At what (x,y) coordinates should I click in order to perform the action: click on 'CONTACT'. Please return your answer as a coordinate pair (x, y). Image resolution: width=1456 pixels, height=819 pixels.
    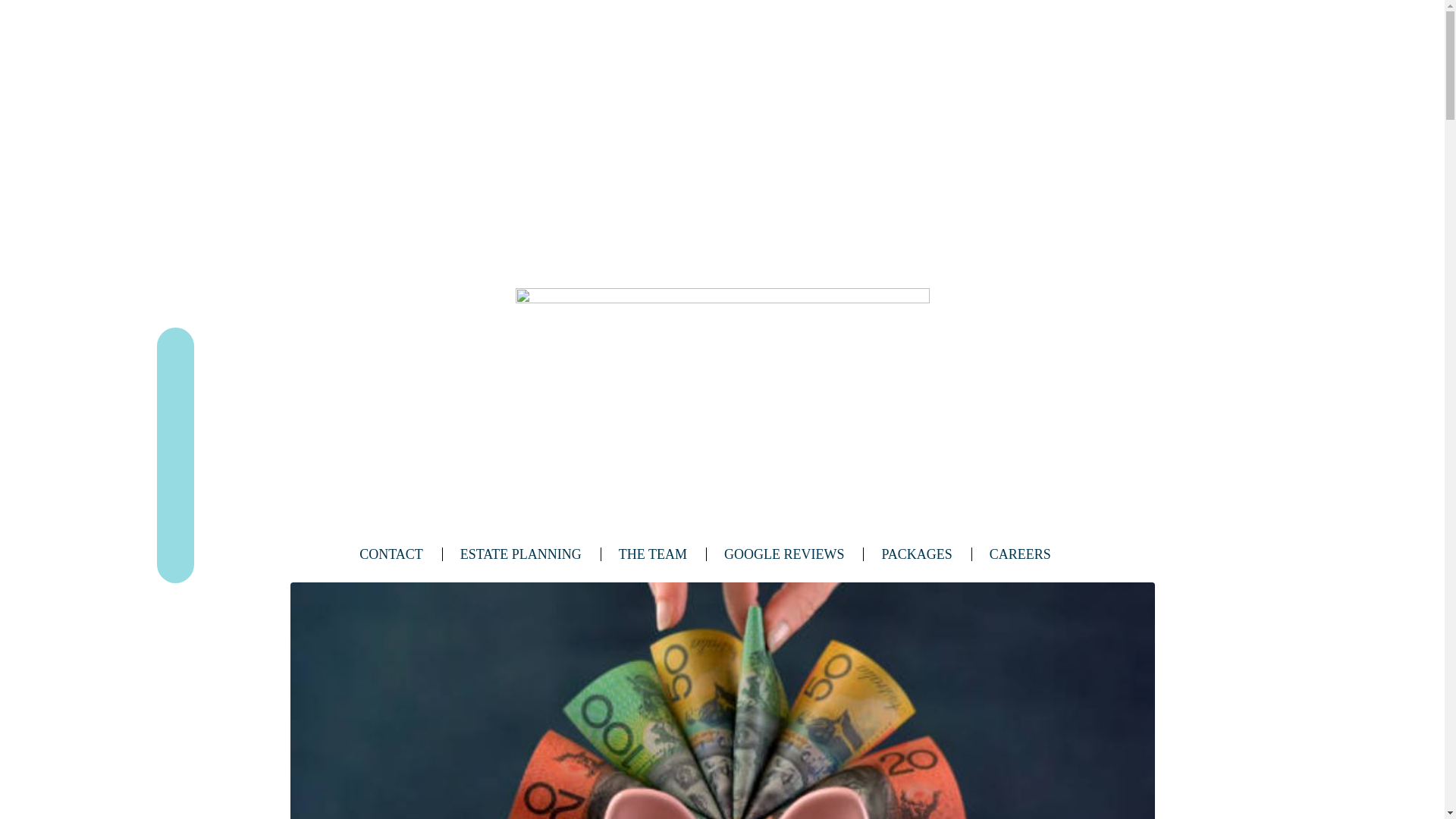
    Looking at the image, I should click on (400, 554).